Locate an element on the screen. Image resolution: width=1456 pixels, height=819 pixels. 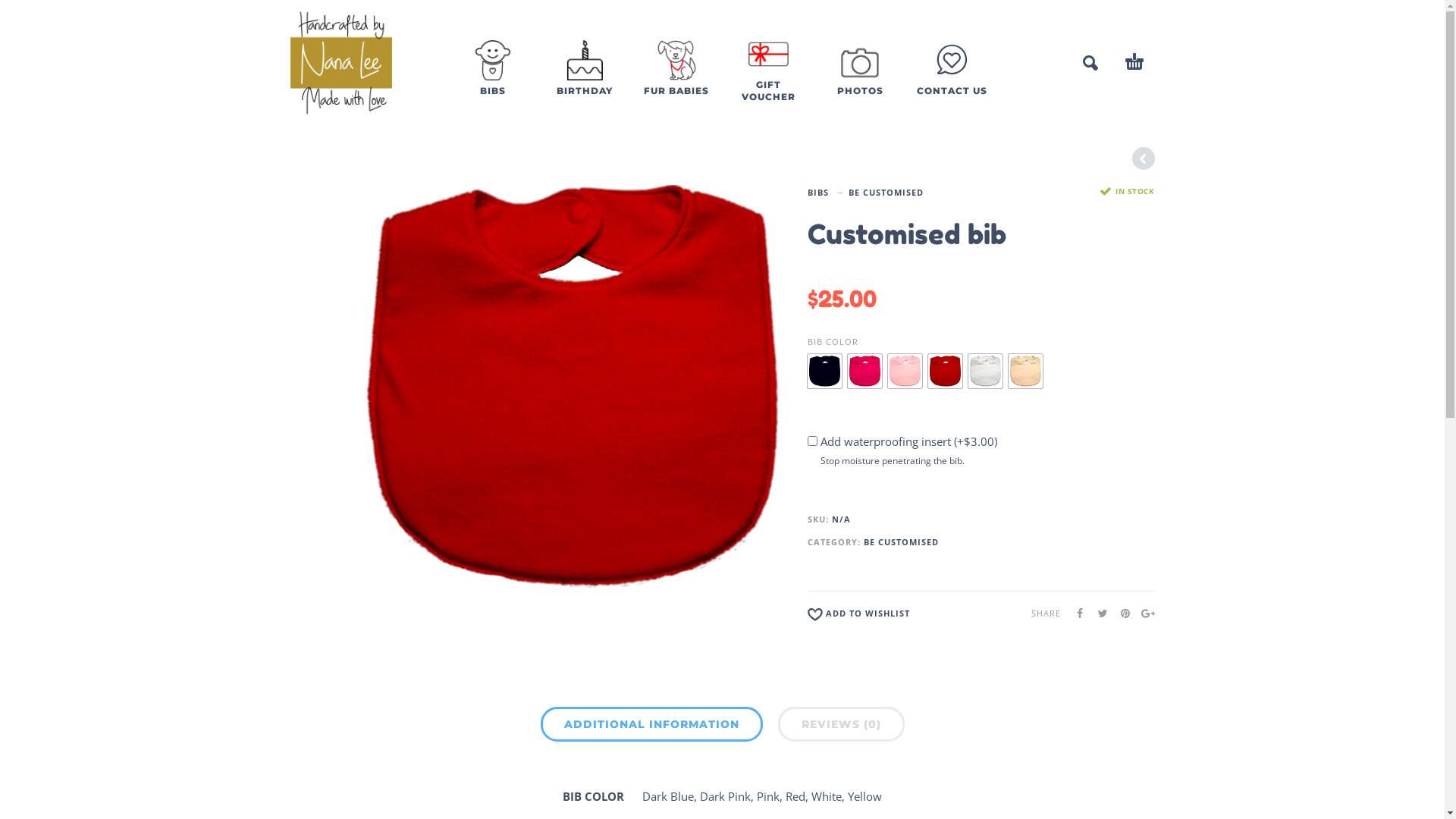
'REVIEWS (0)' is located at coordinates (840, 723).